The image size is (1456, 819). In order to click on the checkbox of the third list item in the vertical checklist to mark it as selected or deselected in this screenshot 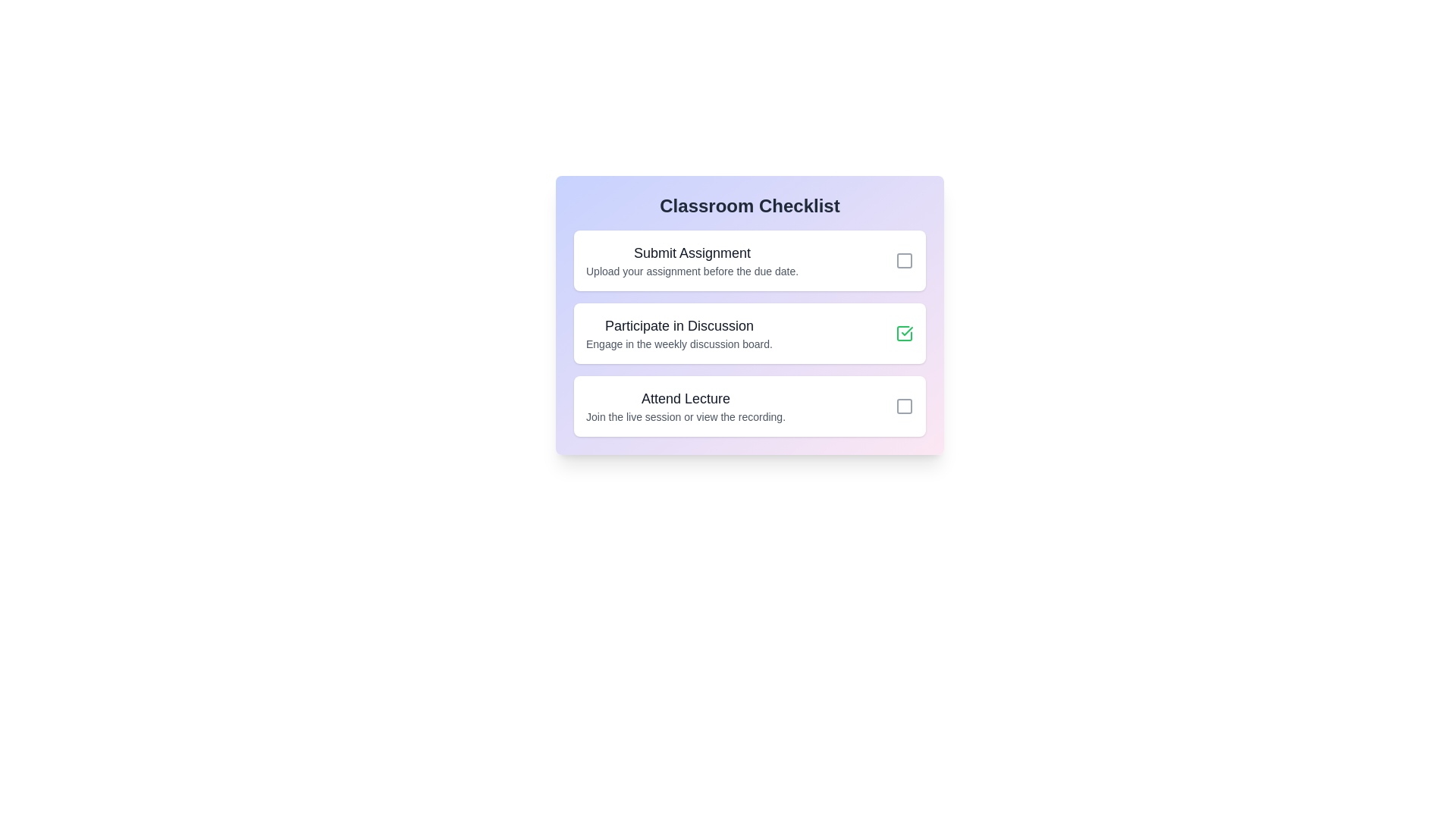, I will do `click(749, 406)`.